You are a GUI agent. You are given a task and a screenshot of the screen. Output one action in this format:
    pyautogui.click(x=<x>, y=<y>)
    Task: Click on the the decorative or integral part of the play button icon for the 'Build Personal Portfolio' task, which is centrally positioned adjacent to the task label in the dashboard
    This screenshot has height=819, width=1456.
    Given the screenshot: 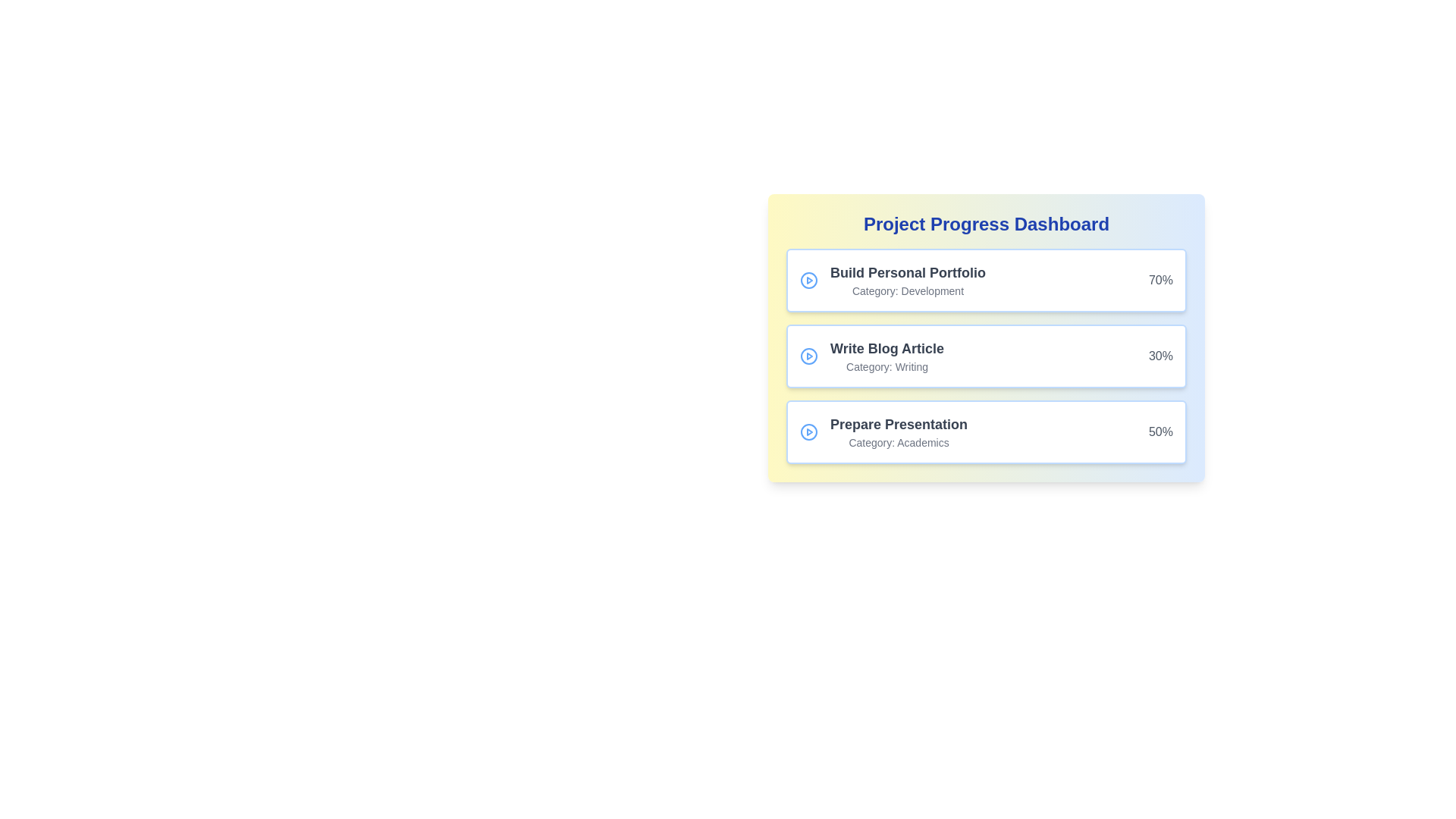 What is the action you would take?
    pyautogui.click(x=808, y=281)
    